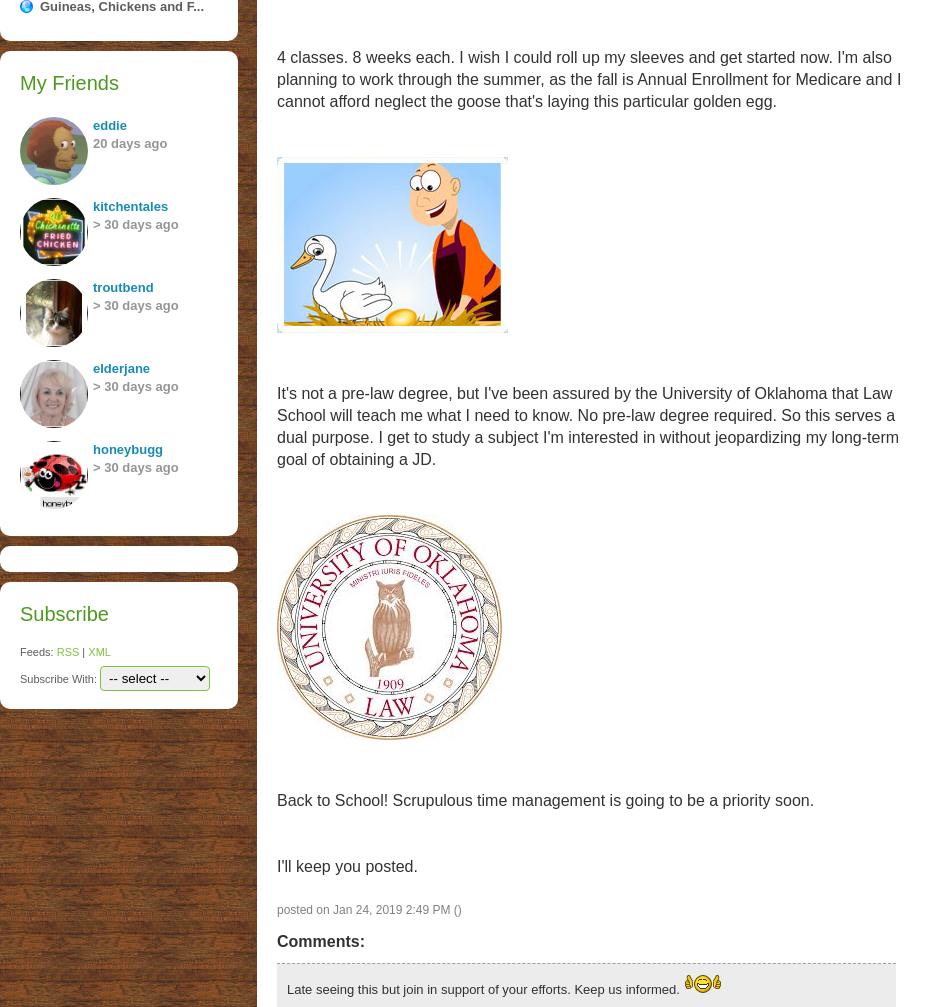 This screenshot has width=928, height=1007. What do you see at coordinates (77, 651) in the screenshot?
I see `'|'` at bounding box center [77, 651].